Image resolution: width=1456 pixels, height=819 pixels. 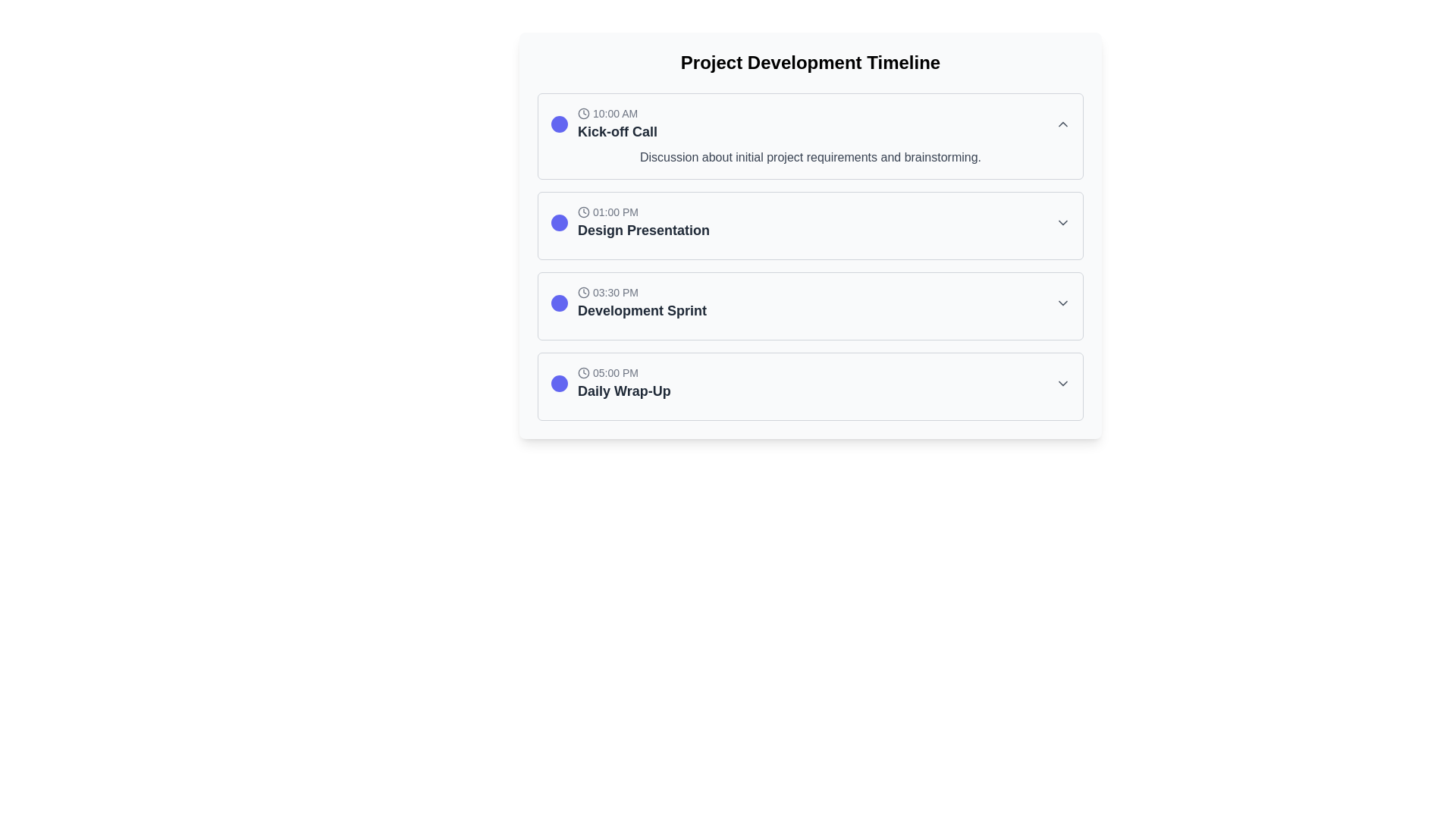 I want to click on the small circular clock icon located to the left of the text '03:30 PM' within the 'Development Sprint' timeline event entry, so click(x=582, y=292).